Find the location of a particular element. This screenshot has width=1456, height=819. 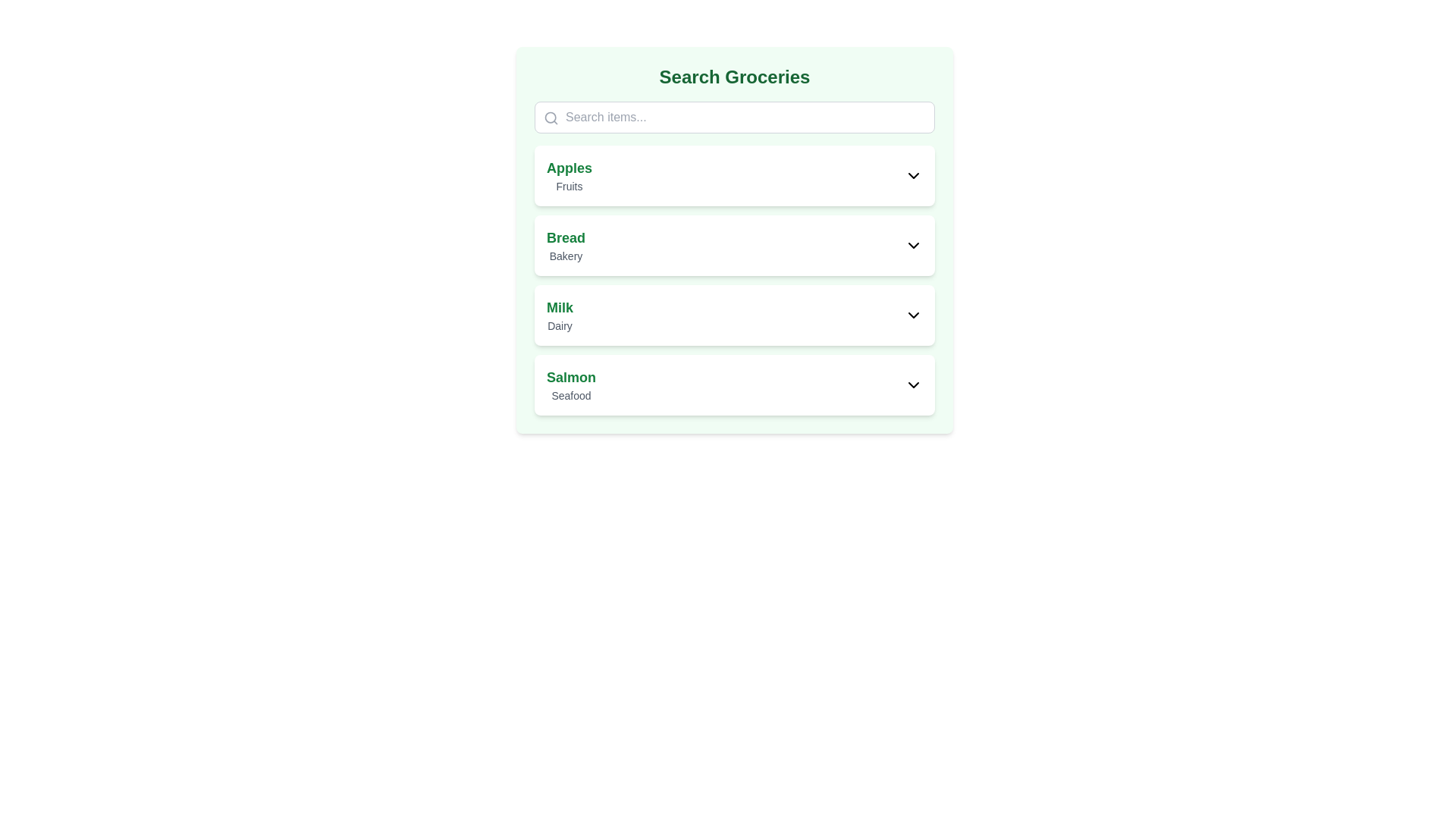

the 'Salmon Seafood' selectable card, which is the fourth option in a vertically aligned list is located at coordinates (735, 384).